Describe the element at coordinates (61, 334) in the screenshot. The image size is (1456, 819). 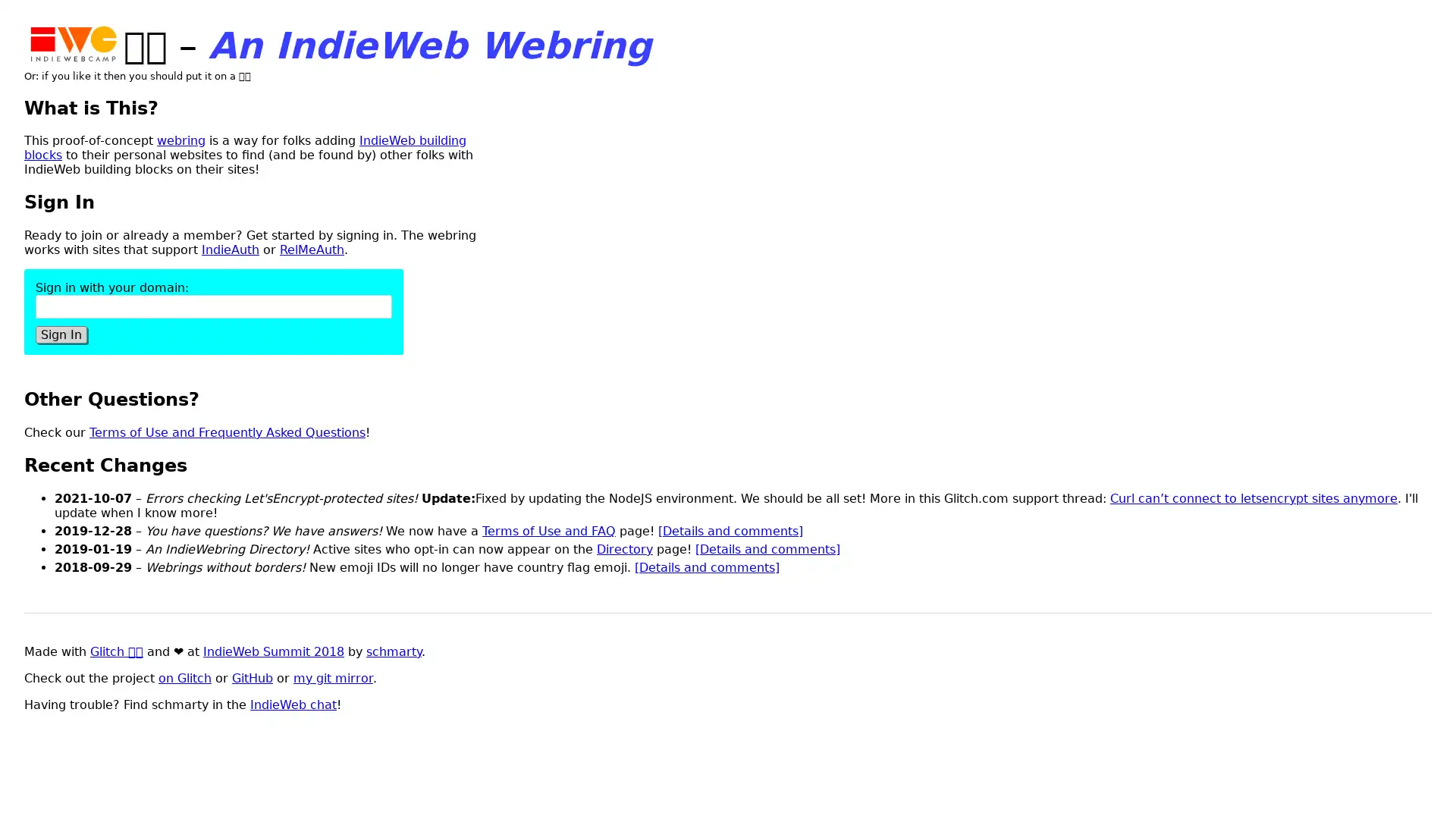
I see `Sign In` at that location.